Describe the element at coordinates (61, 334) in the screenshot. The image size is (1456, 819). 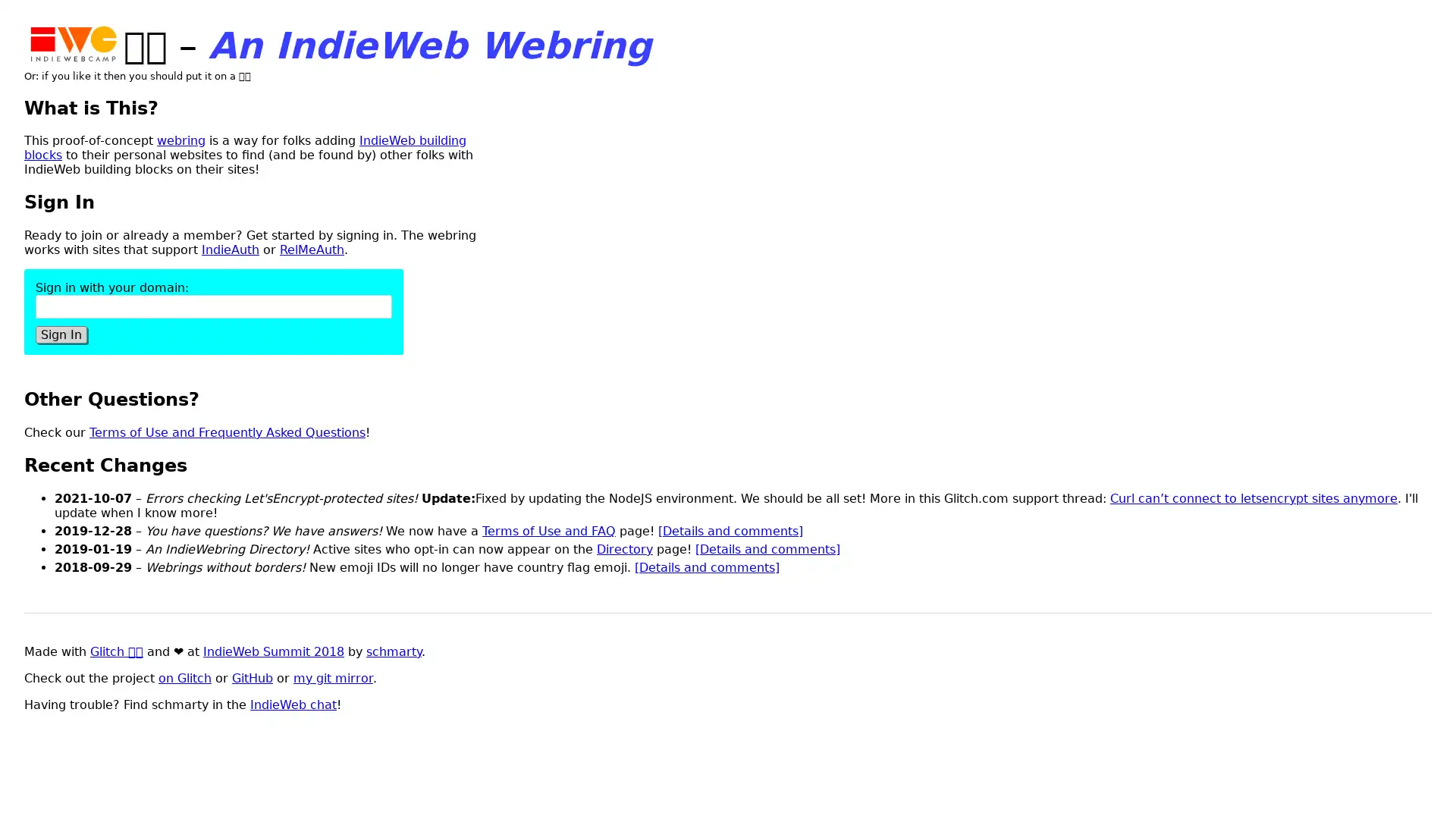
I see `Sign In` at that location.